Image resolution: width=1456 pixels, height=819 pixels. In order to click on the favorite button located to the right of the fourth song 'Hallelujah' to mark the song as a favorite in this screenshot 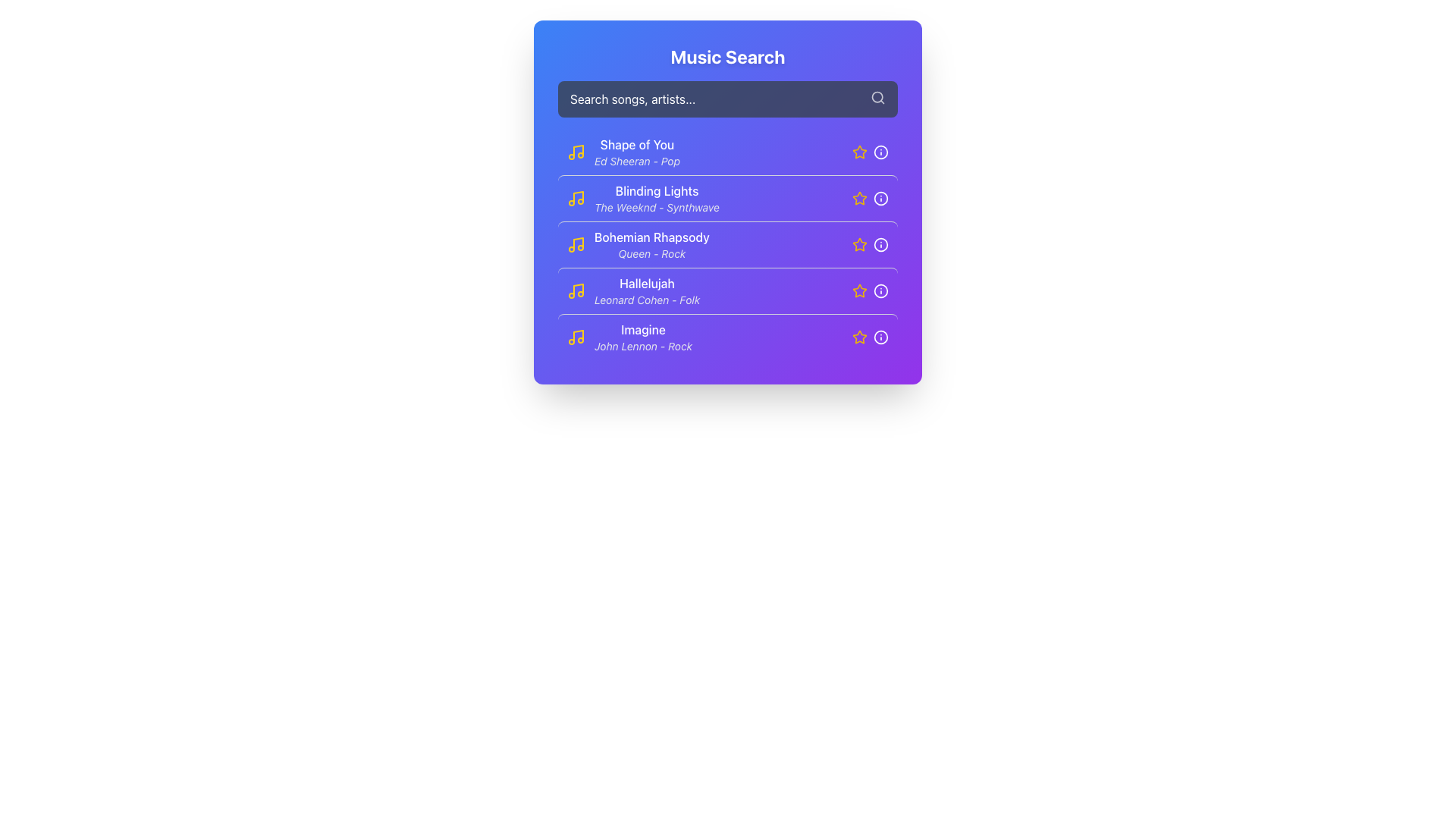, I will do `click(859, 290)`.